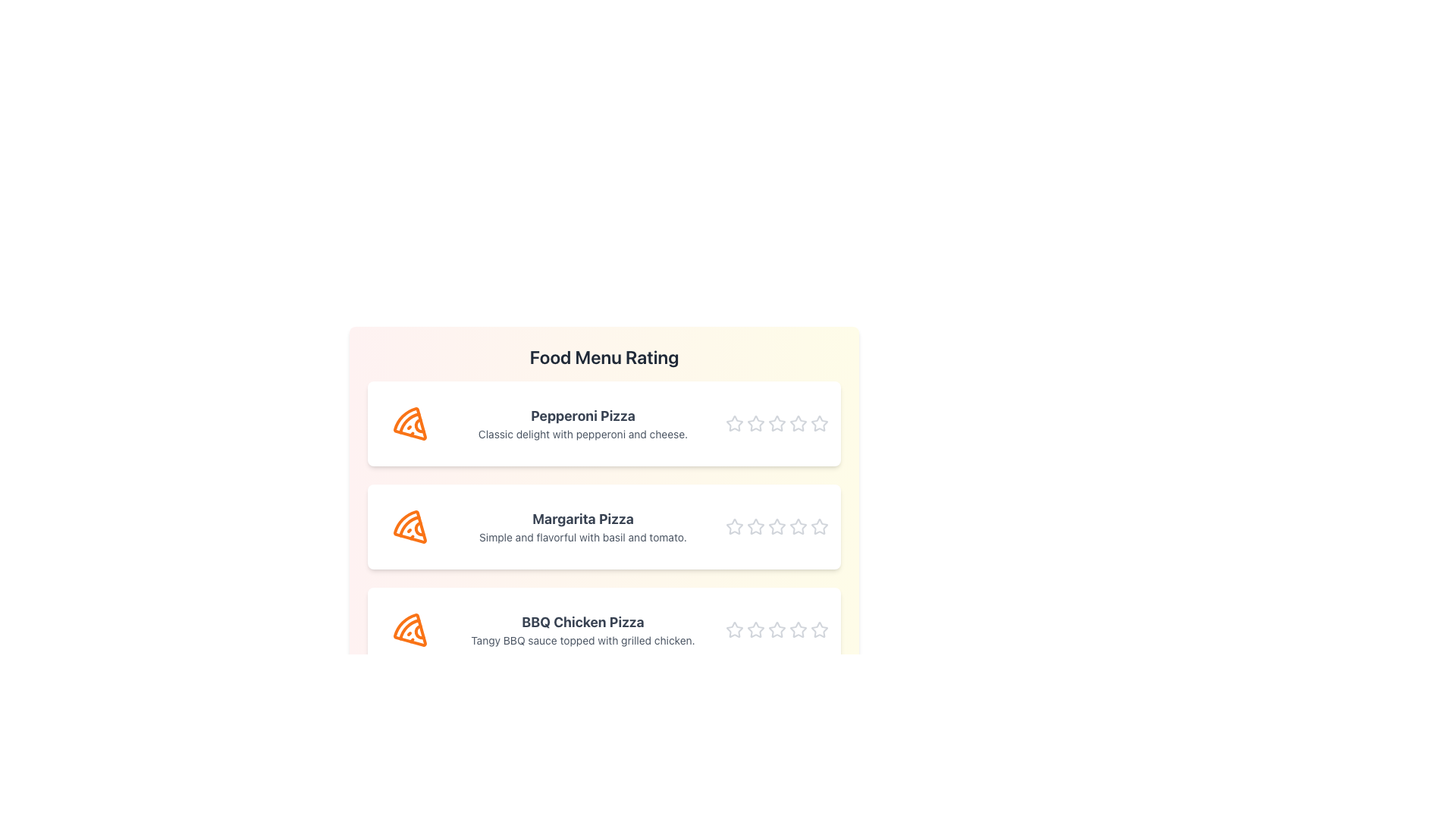 This screenshot has width=1456, height=819. I want to click on the third star, so click(777, 629).